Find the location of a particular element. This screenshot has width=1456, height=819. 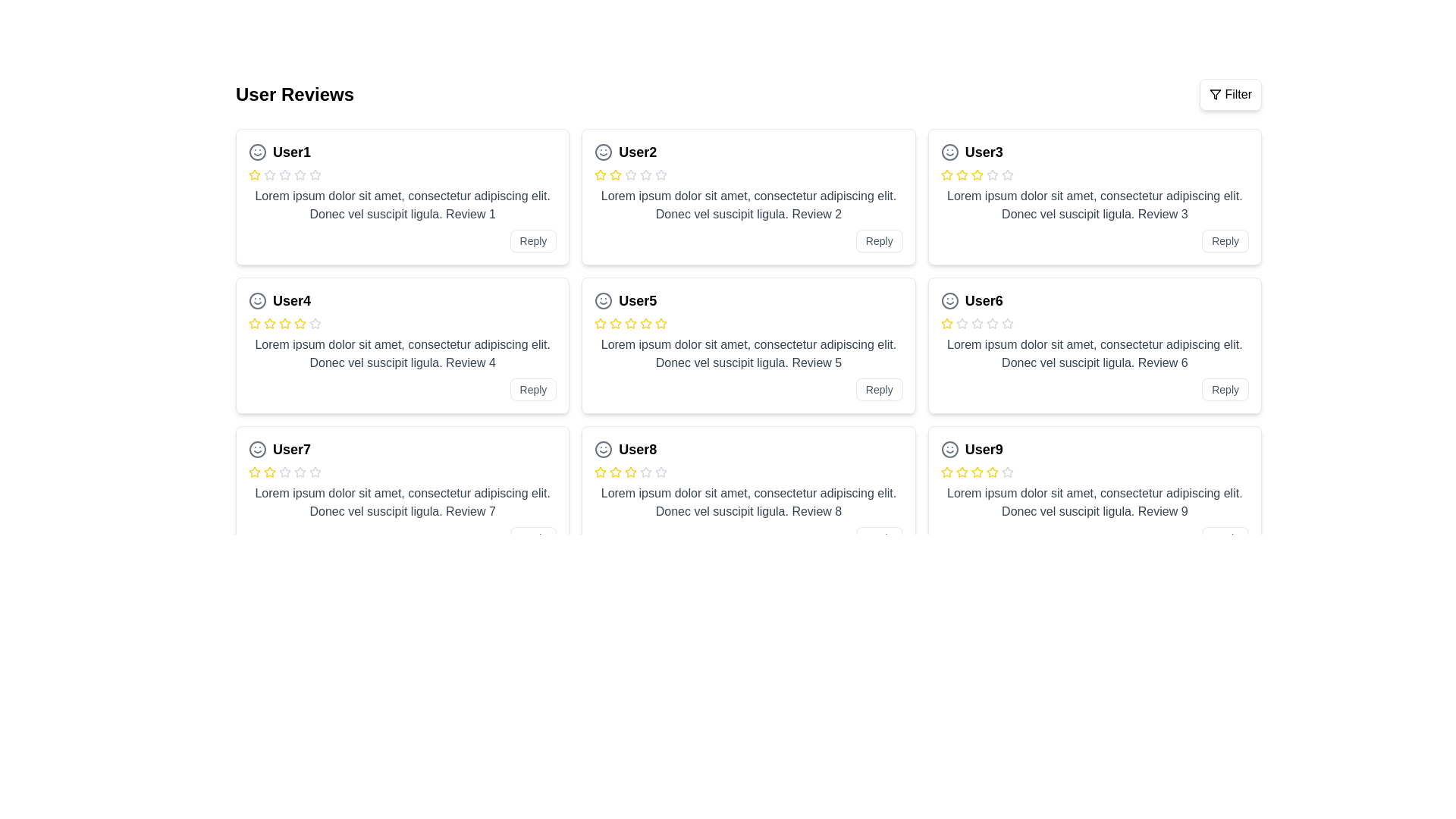

the second star rating icon in the review card associated with 'User9' to provide a rating is located at coordinates (977, 471).